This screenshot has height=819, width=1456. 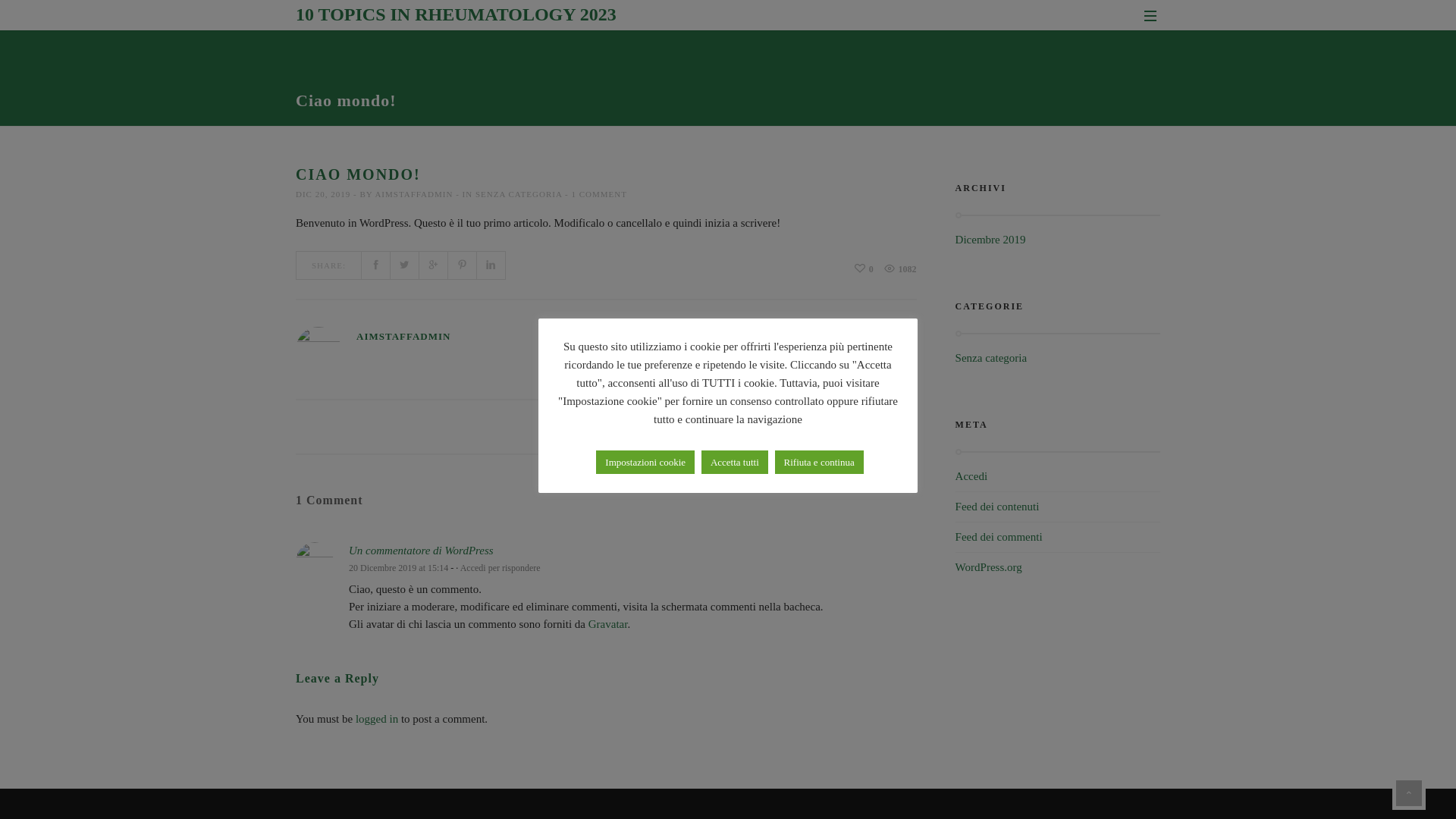 I want to click on 'Un commentatore di WordPress', so click(x=421, y=550).